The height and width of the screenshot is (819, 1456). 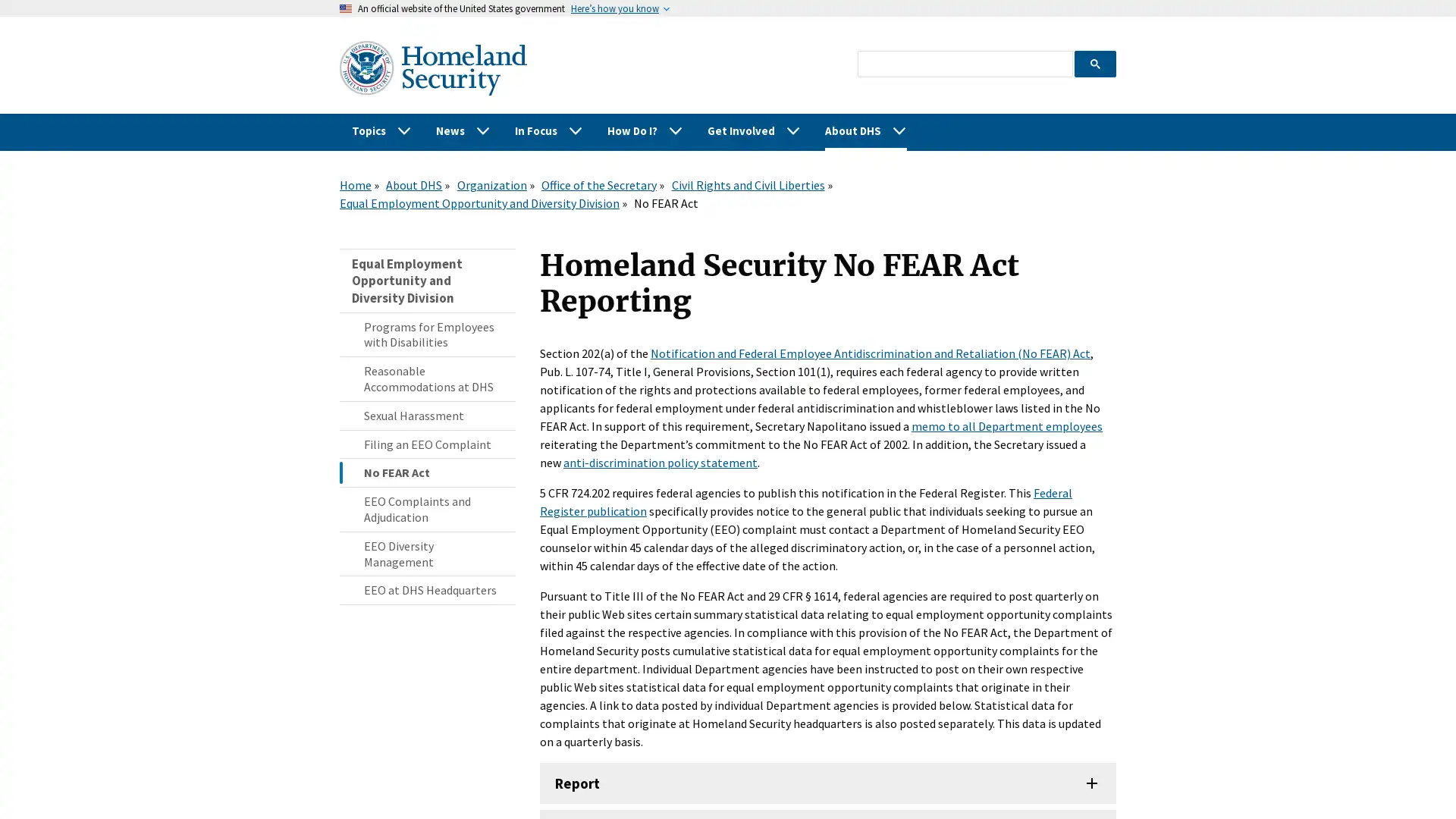 What do you see at coordinates (1094, 62) in the screenshot?
I see `search` at bounding box center [1094, 62].